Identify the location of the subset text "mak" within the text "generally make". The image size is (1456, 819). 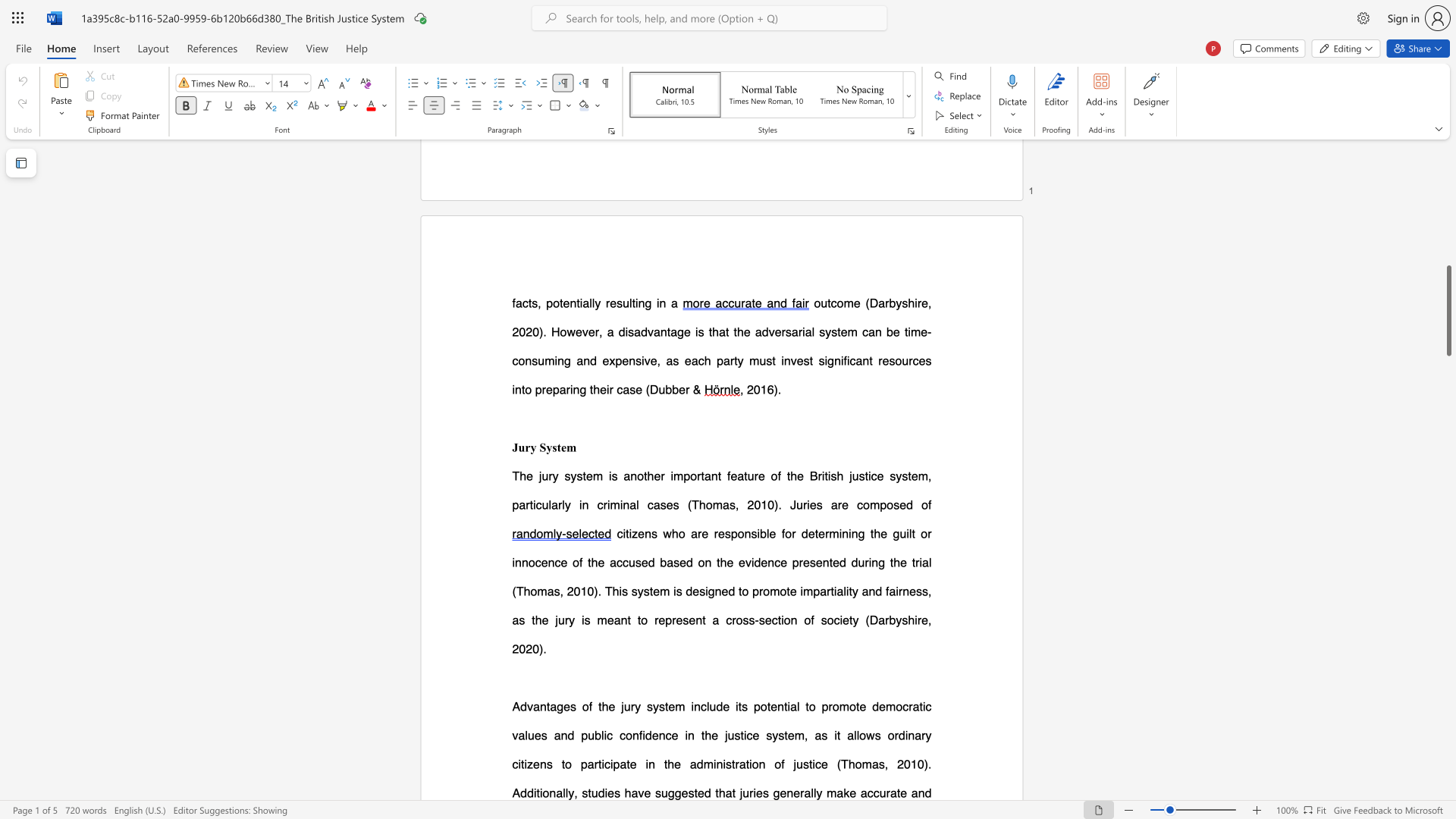
(826, 792).